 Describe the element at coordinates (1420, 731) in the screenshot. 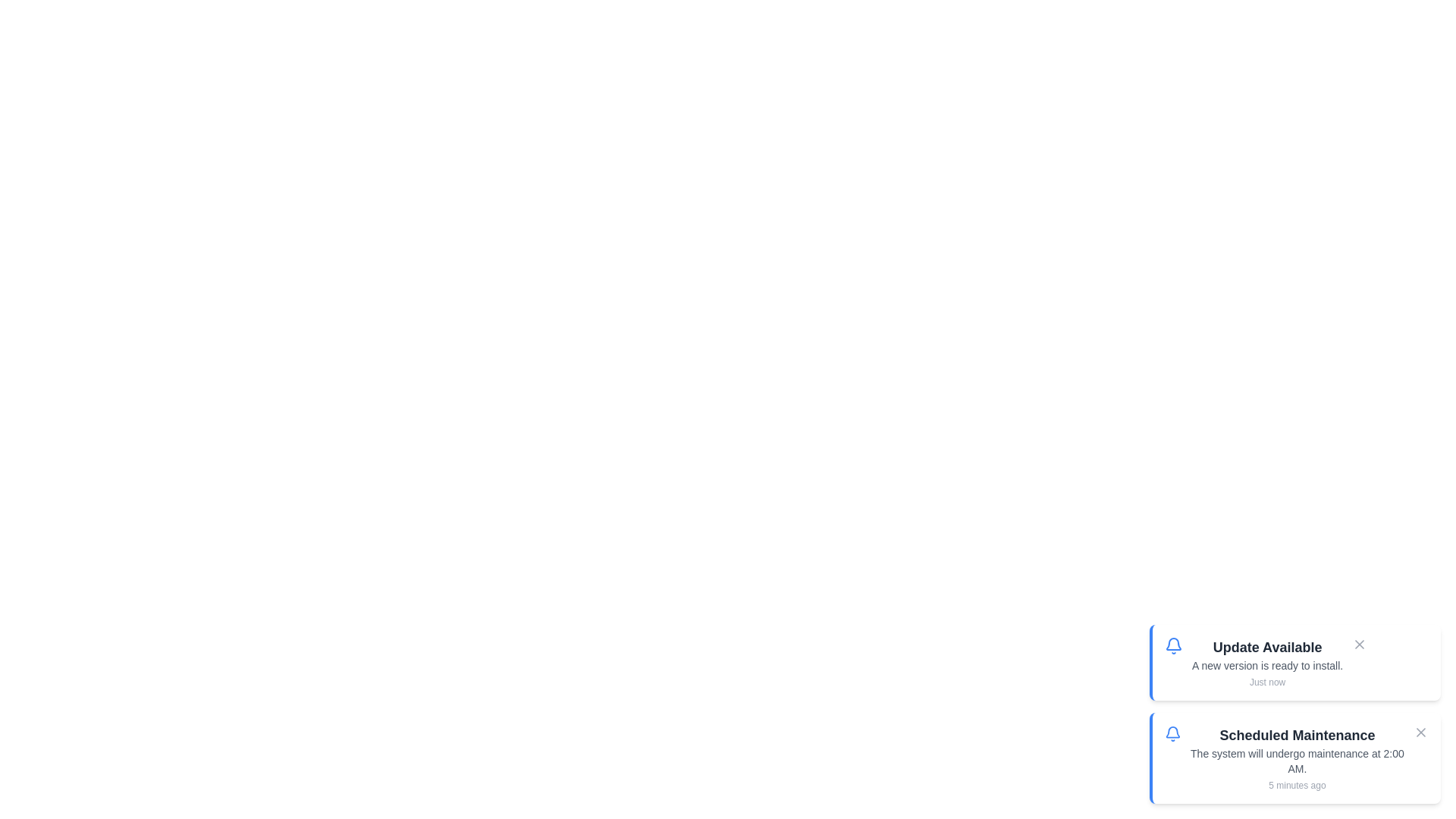

I see `the close button of the notification with title 'Scheduled Maintenance'` at that location.